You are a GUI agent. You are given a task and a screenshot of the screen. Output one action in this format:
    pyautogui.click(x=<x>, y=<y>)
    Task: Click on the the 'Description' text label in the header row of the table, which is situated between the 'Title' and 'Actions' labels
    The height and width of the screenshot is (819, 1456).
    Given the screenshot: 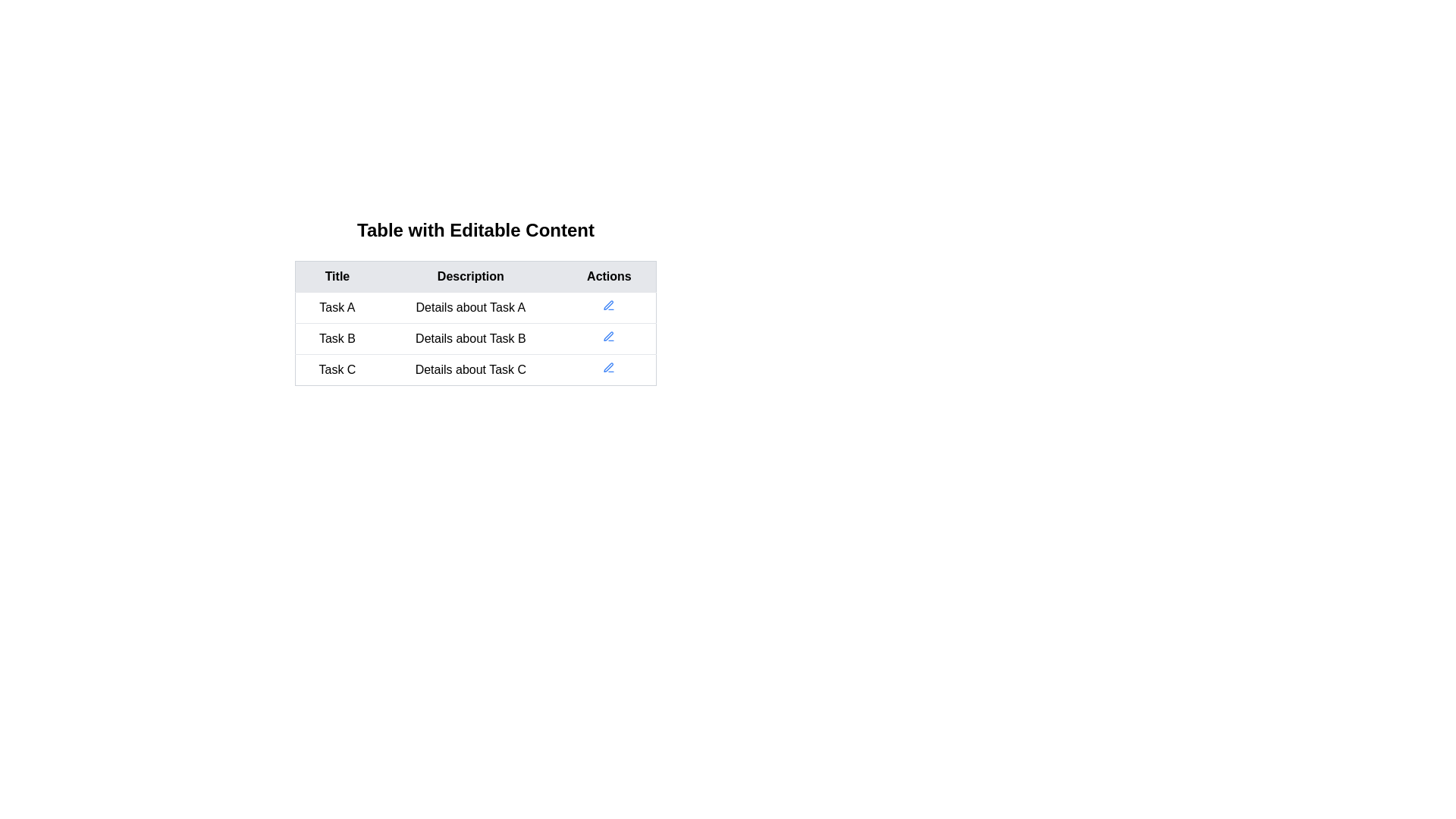 What is the action you would take?
    pyautogui.click(x=469, y=277)
    